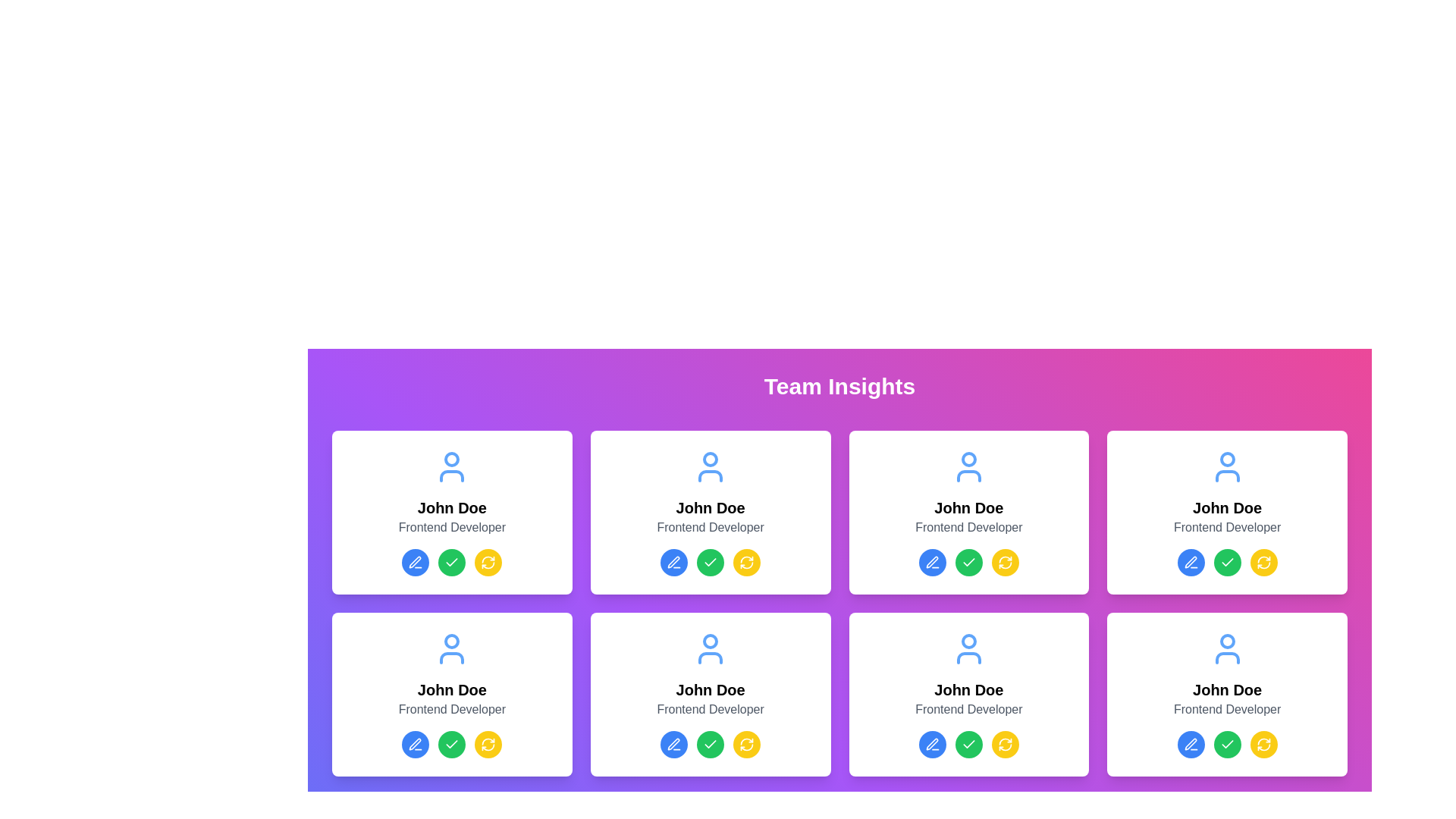 The height and width of the screenshot is (819, 1456). I want to click on the user profile icon styled as a silhouette, located at the top of the second card in the second row of the 'Team Insights' section, which contains the name 'John Doe' and the job title 'Frontend Developer', so click(451, 648).